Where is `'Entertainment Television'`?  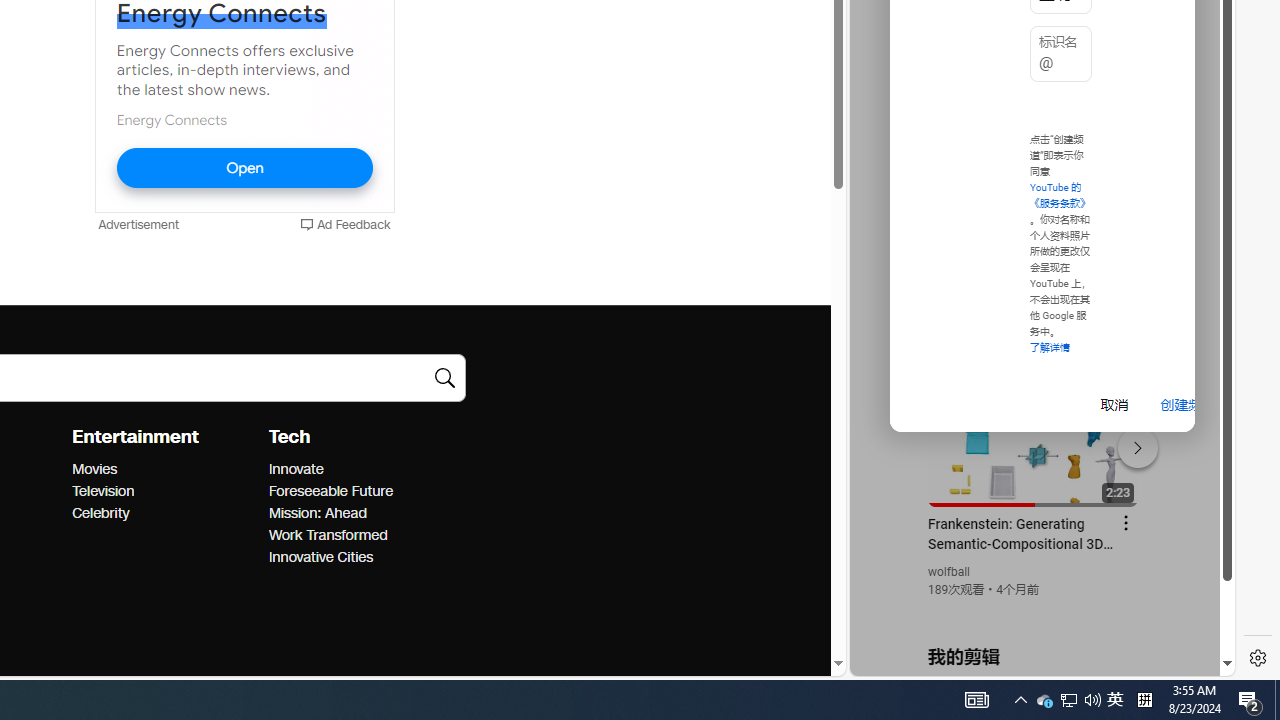
'Entertainment Television' is located at coordinates (102, 491).